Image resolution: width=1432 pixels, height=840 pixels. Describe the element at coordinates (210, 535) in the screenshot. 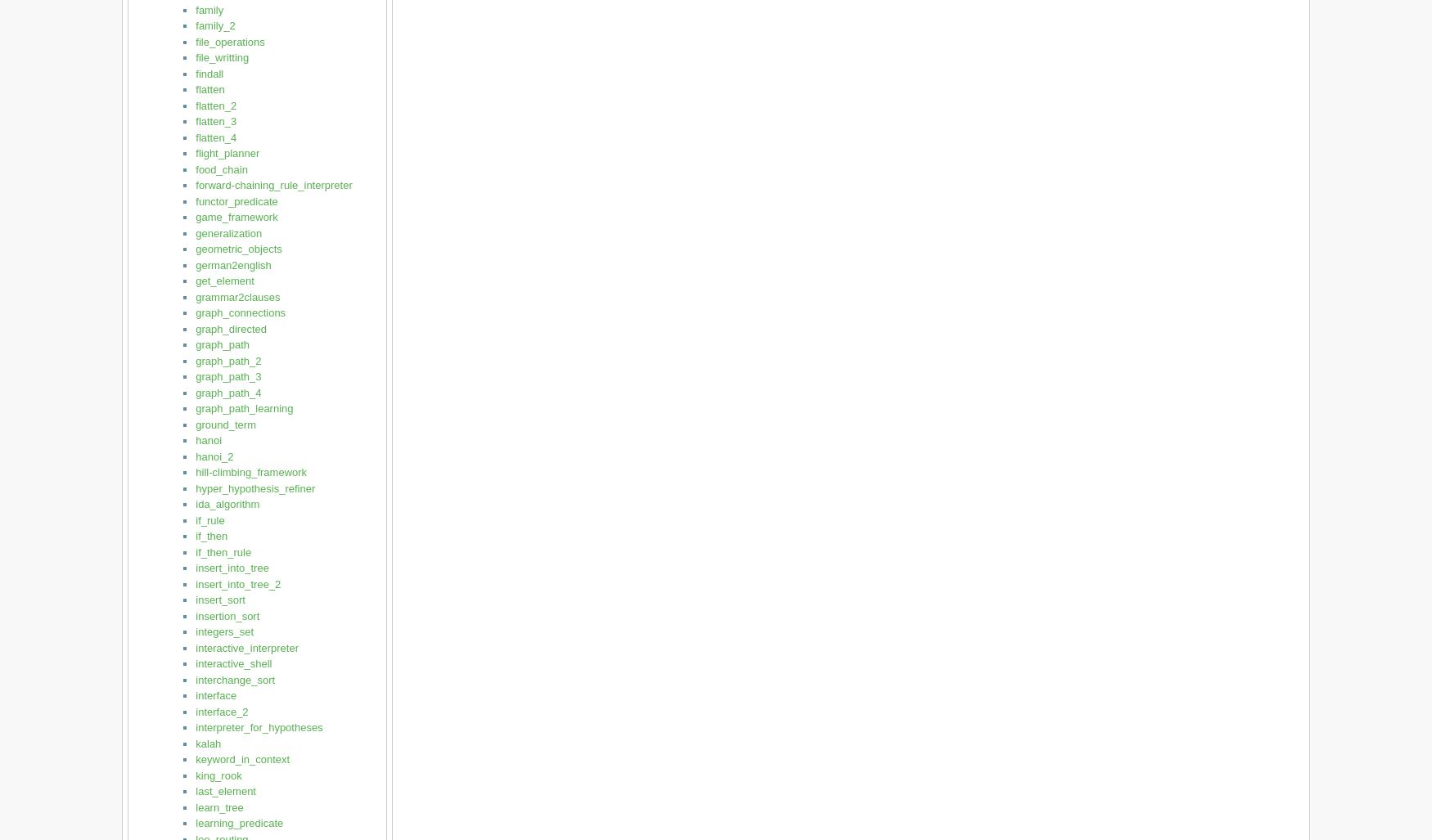

I see `'if_then'` at that location.